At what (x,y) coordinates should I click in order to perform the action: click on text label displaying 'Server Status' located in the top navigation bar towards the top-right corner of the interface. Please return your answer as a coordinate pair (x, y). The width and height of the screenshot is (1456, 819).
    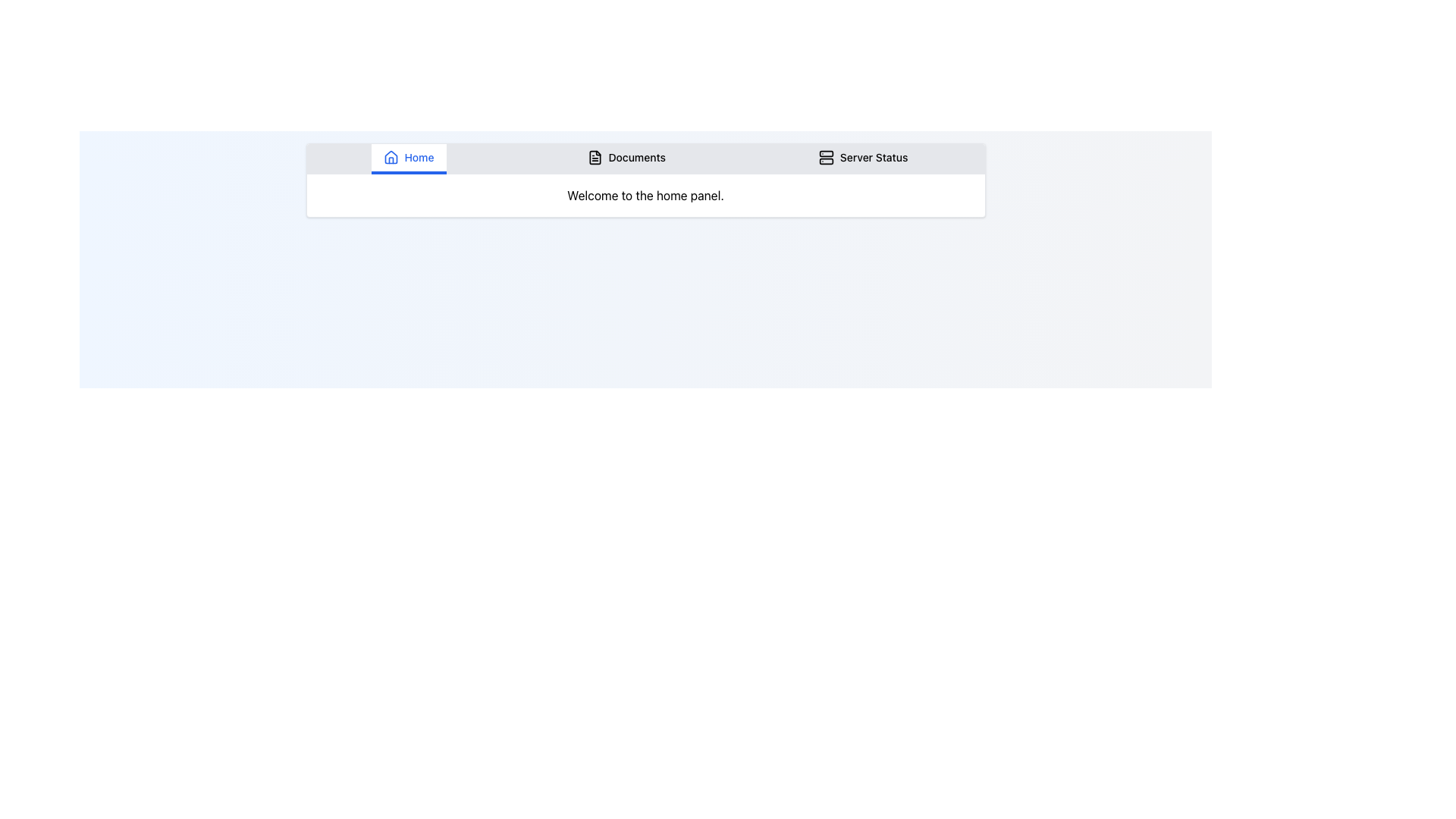
    Looking at the image, I should click on (874, 158).